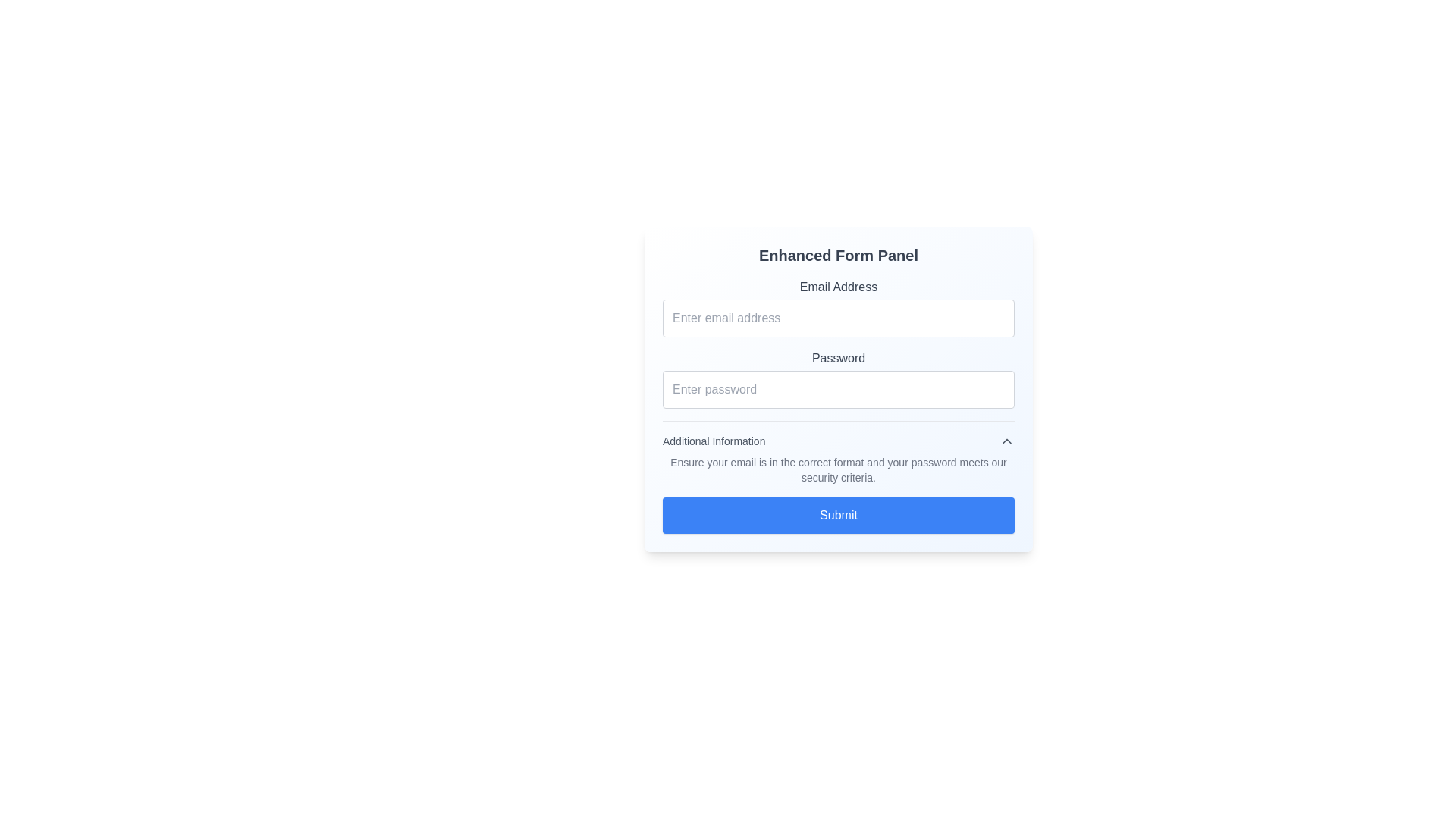 The width and height of the screenshot is (1456, 819). What do you see at coordinates (1007, 441) in the screenshot?
I see `the Chevron Up icon located at the right end of the 'Additional Information' header section` at bounding box center [1007, 441].